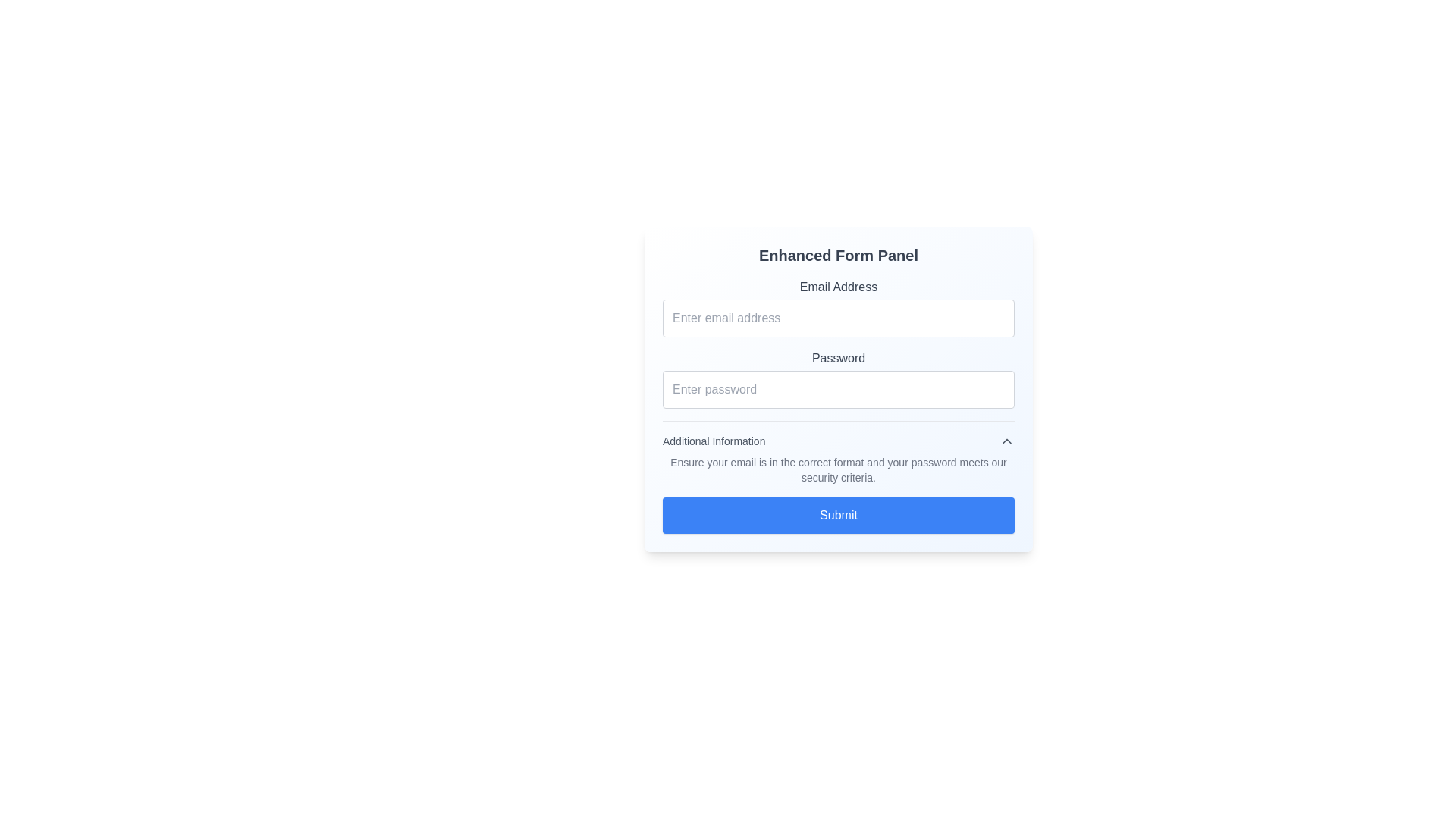 The width and height of the screenshot is (1456, 819). What do you see at coordinates (1007, 441) in the screenshot?
I see `the Chevron Up icon located at the right end of the 'Additional Information' header section` at bounding box center [1007, 441].